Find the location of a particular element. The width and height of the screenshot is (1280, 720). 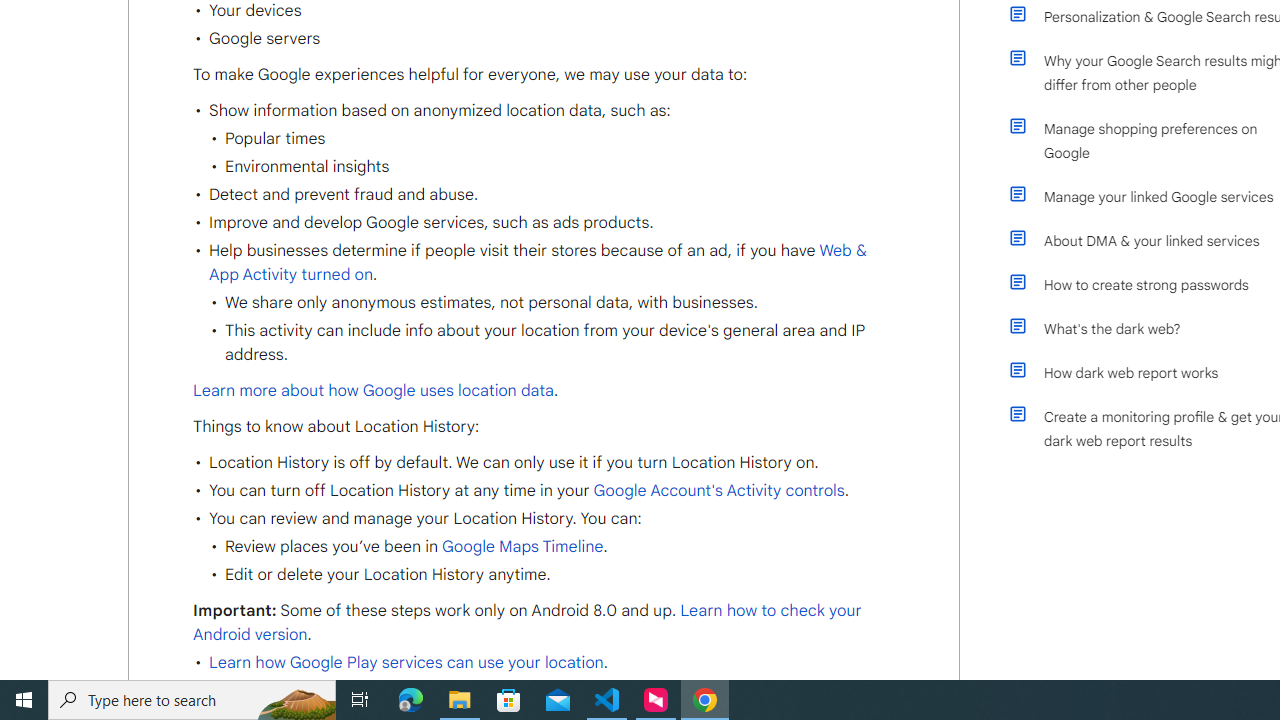

' Google Account' is located at coordinates (716, 491).